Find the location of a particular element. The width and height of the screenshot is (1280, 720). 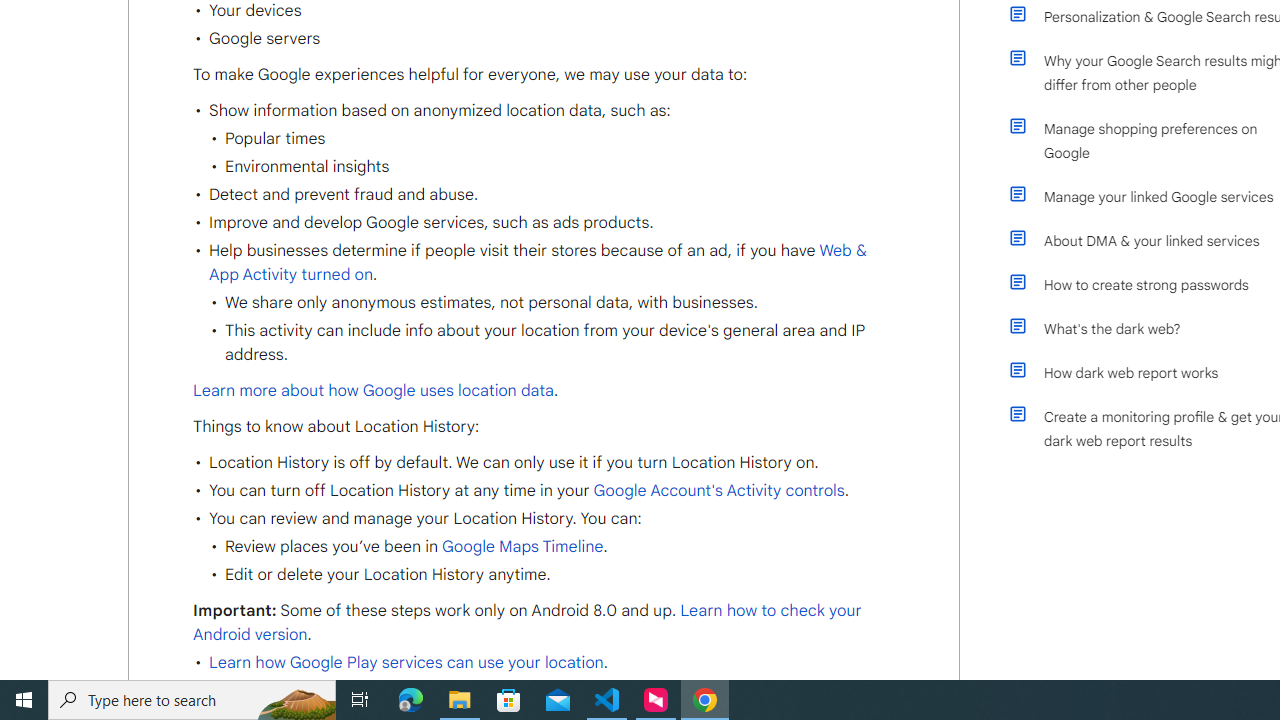

' Google Account' is located at coordinates (716, 491).